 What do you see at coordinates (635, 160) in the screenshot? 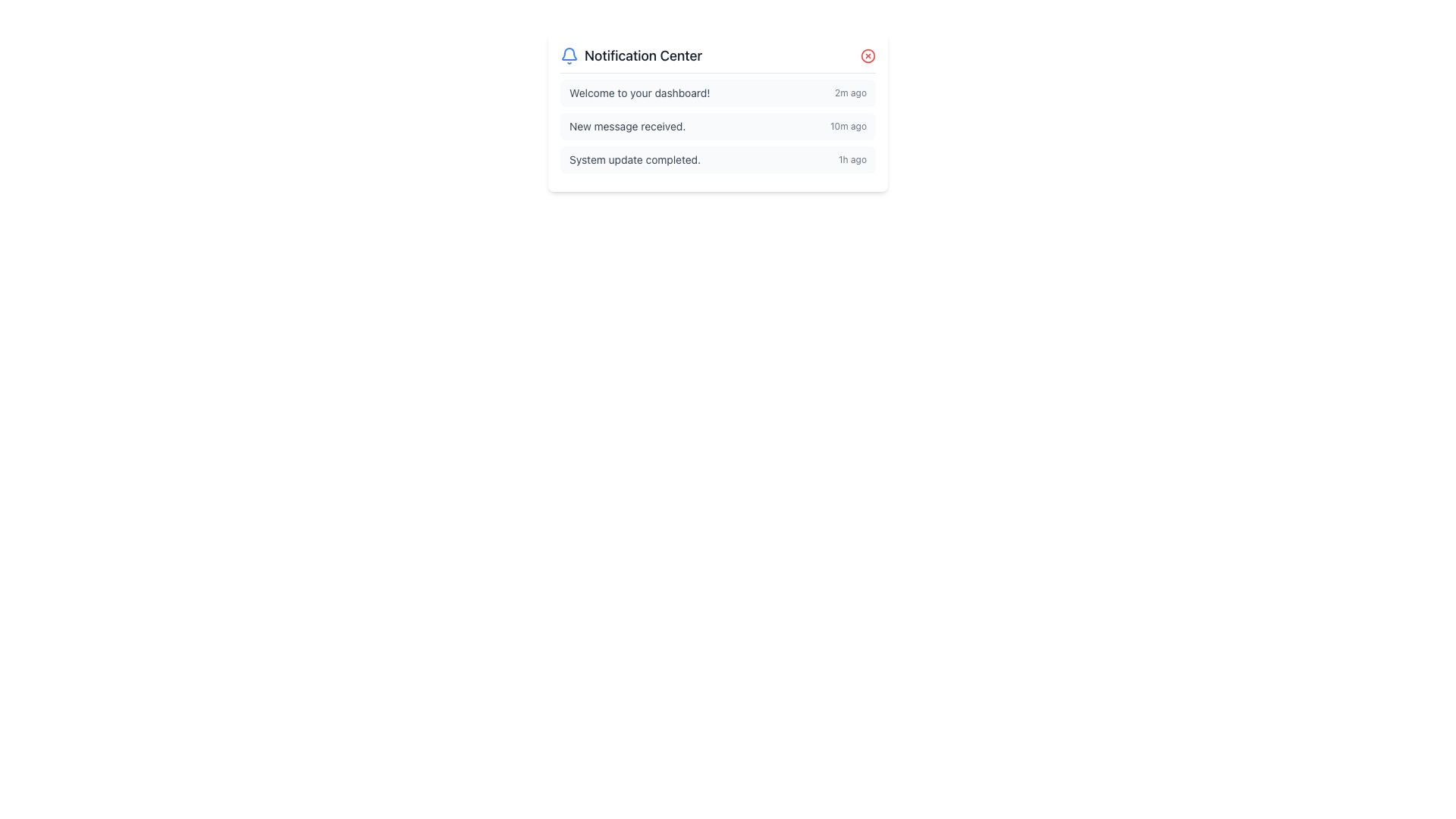
I see `the text label that indicates the completion of a system update, which is located in the third notification box under the 'Notification Center'` at bounding box center [635, 160].